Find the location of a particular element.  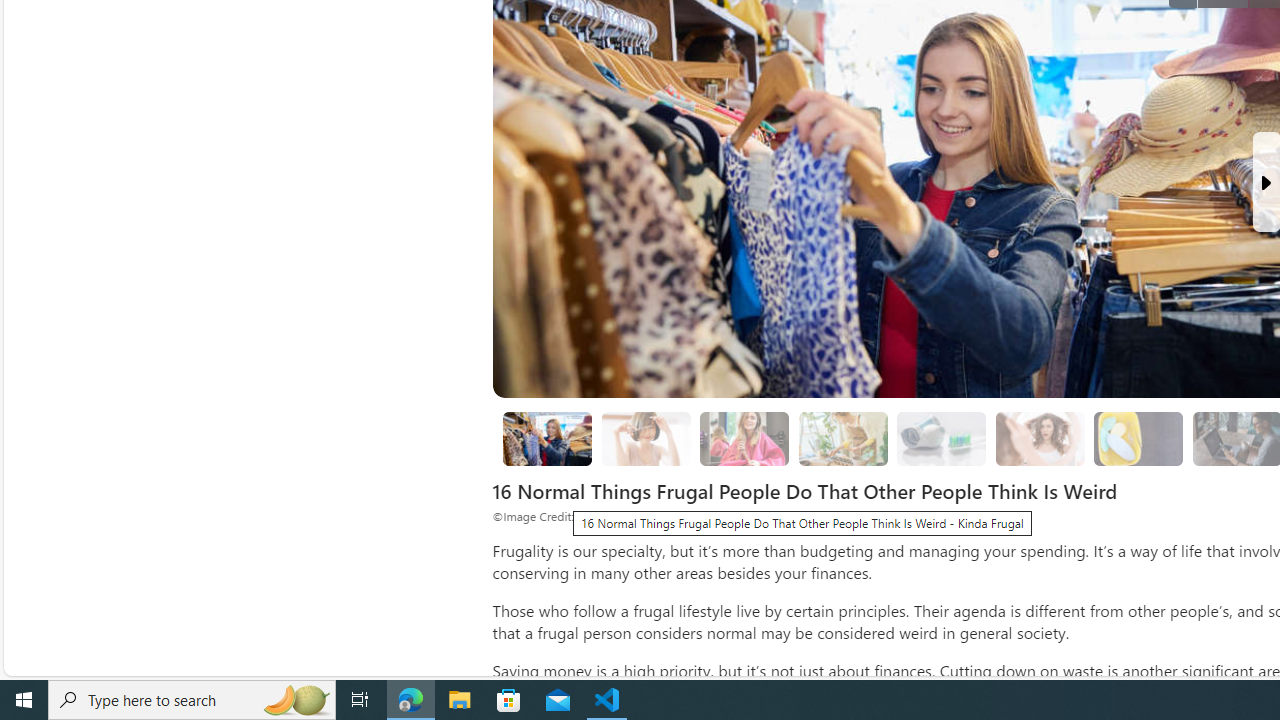

'1. Cutting Hair' is located at coordinates (646, 437).